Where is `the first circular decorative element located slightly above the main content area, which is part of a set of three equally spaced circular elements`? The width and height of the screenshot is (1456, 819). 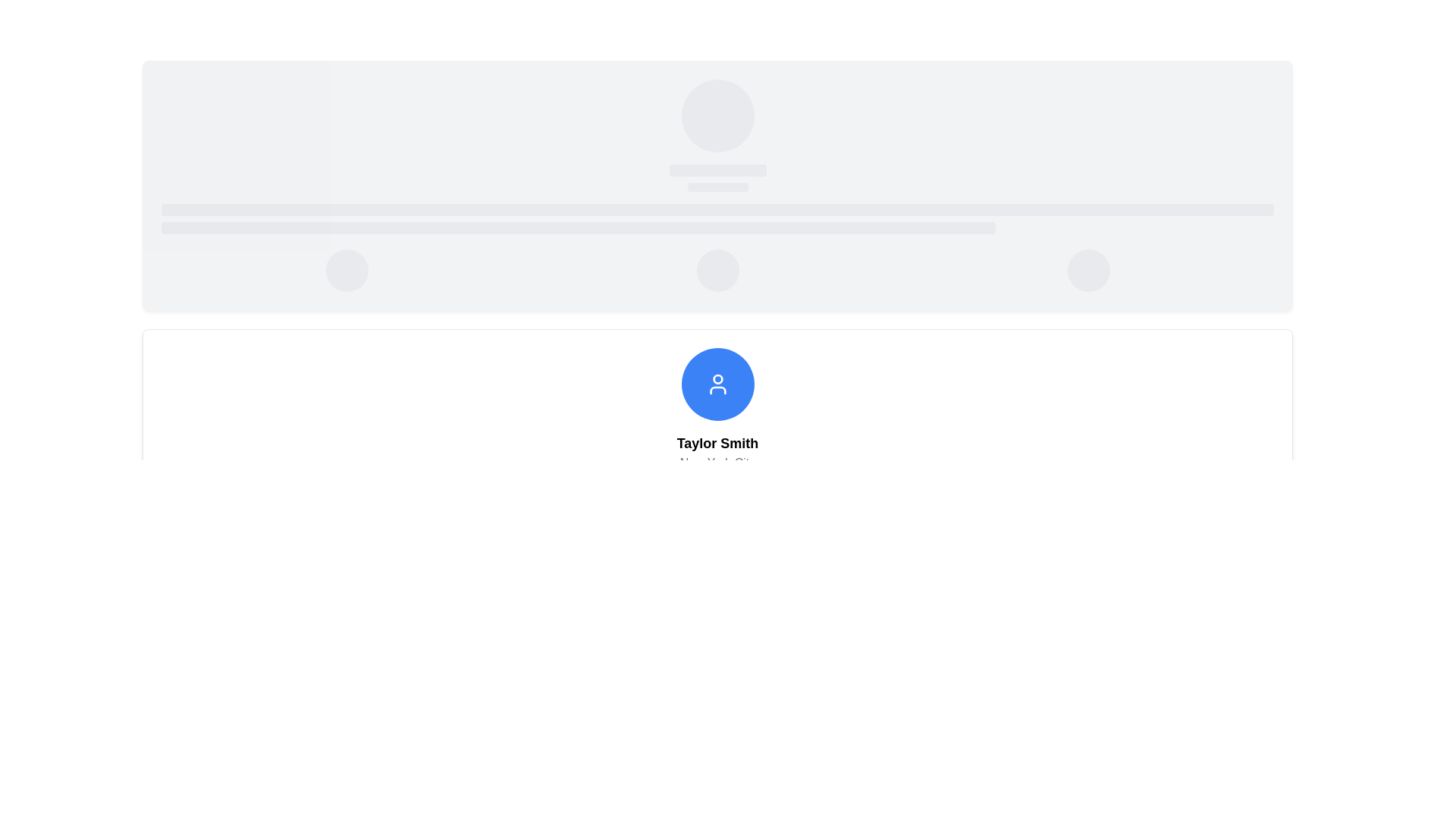
the first circular decorative element located slightly above the main content area, which is part of a set of three equally spaced circular elements is located at coordinates (346, 270).